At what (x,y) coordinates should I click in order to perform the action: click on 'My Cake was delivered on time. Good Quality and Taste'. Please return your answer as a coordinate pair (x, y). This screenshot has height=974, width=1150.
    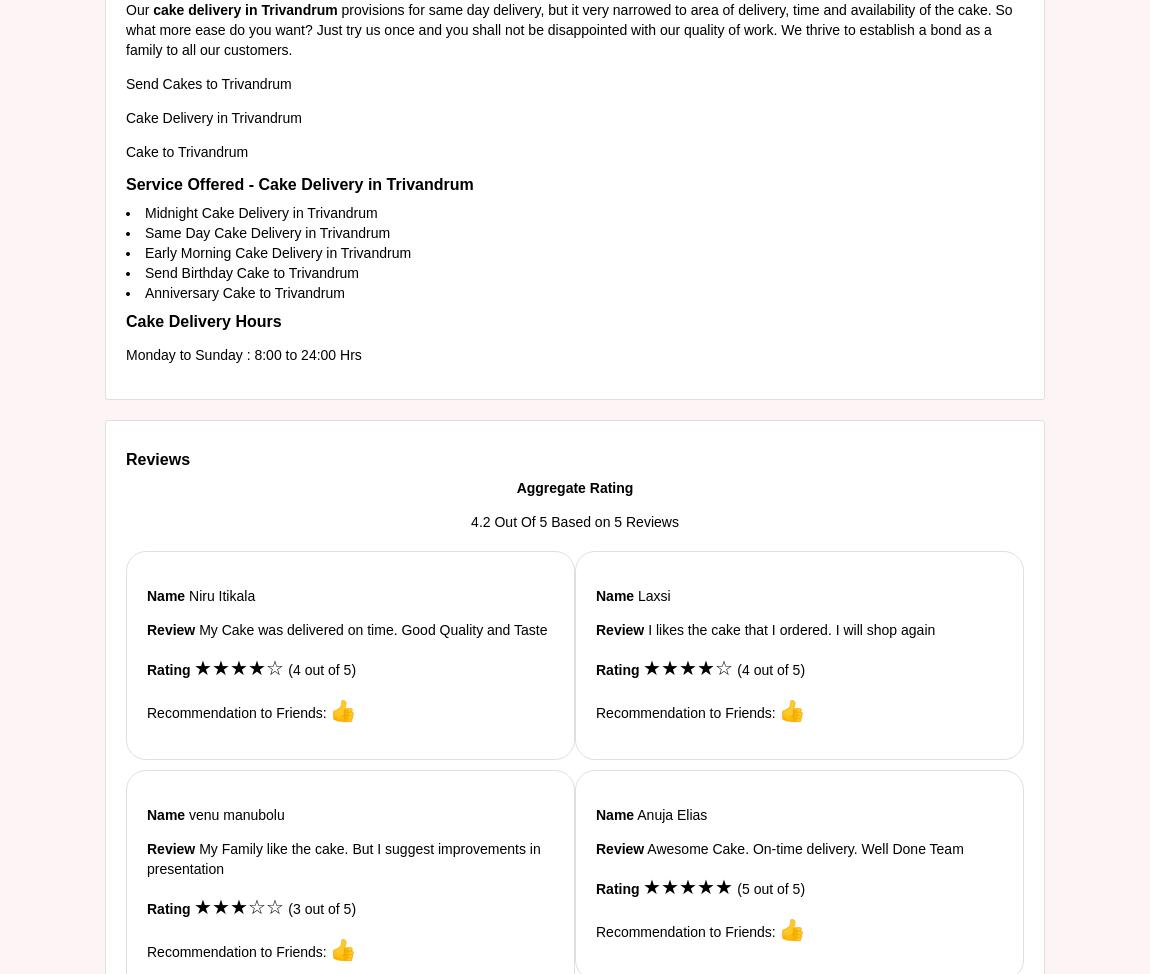
    Looking at the image, I should click on (370, 628).